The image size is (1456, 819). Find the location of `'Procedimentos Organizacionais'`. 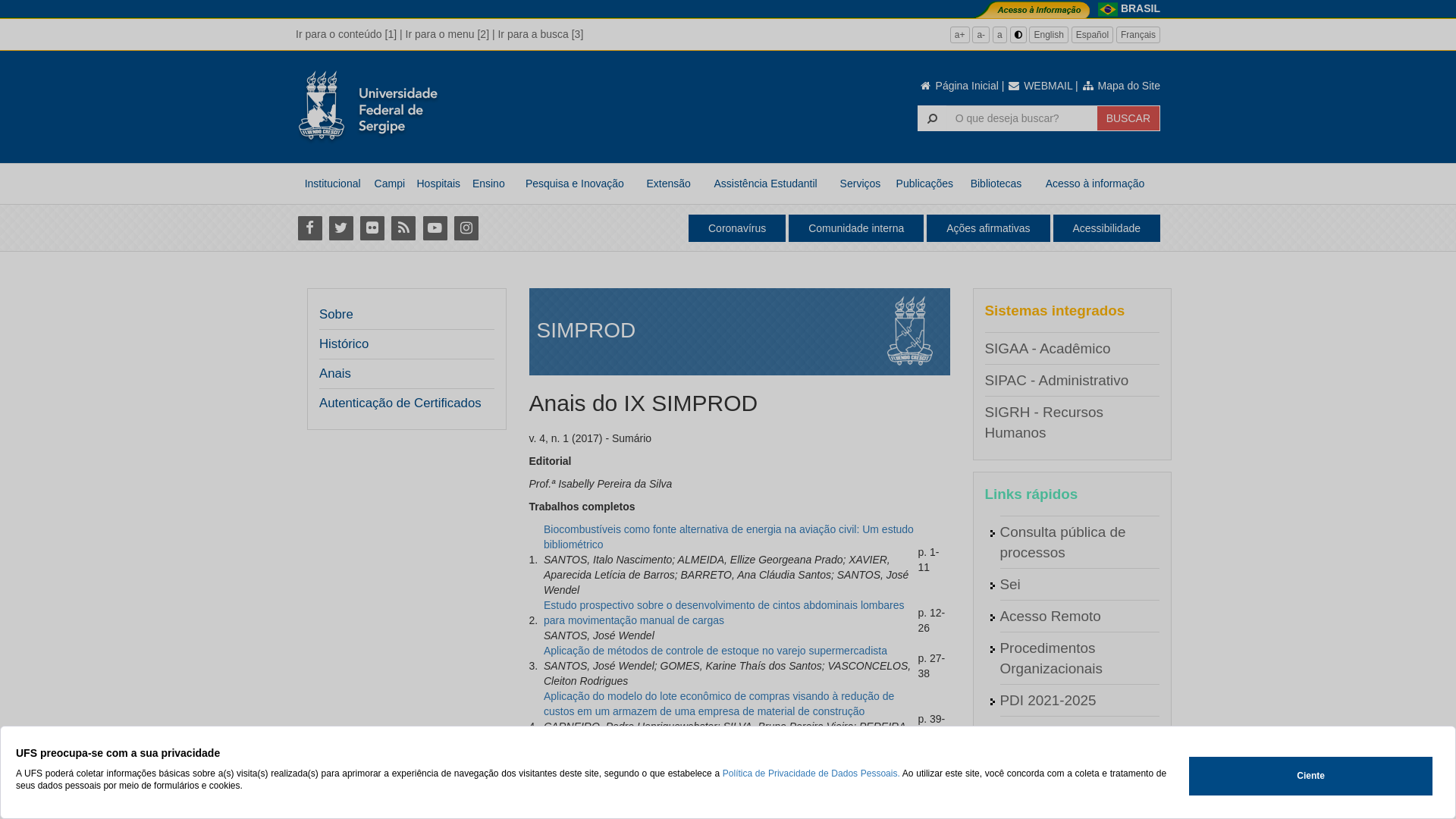

'Procedimentos Organizacionais' is located at coordinates (1050, 657).